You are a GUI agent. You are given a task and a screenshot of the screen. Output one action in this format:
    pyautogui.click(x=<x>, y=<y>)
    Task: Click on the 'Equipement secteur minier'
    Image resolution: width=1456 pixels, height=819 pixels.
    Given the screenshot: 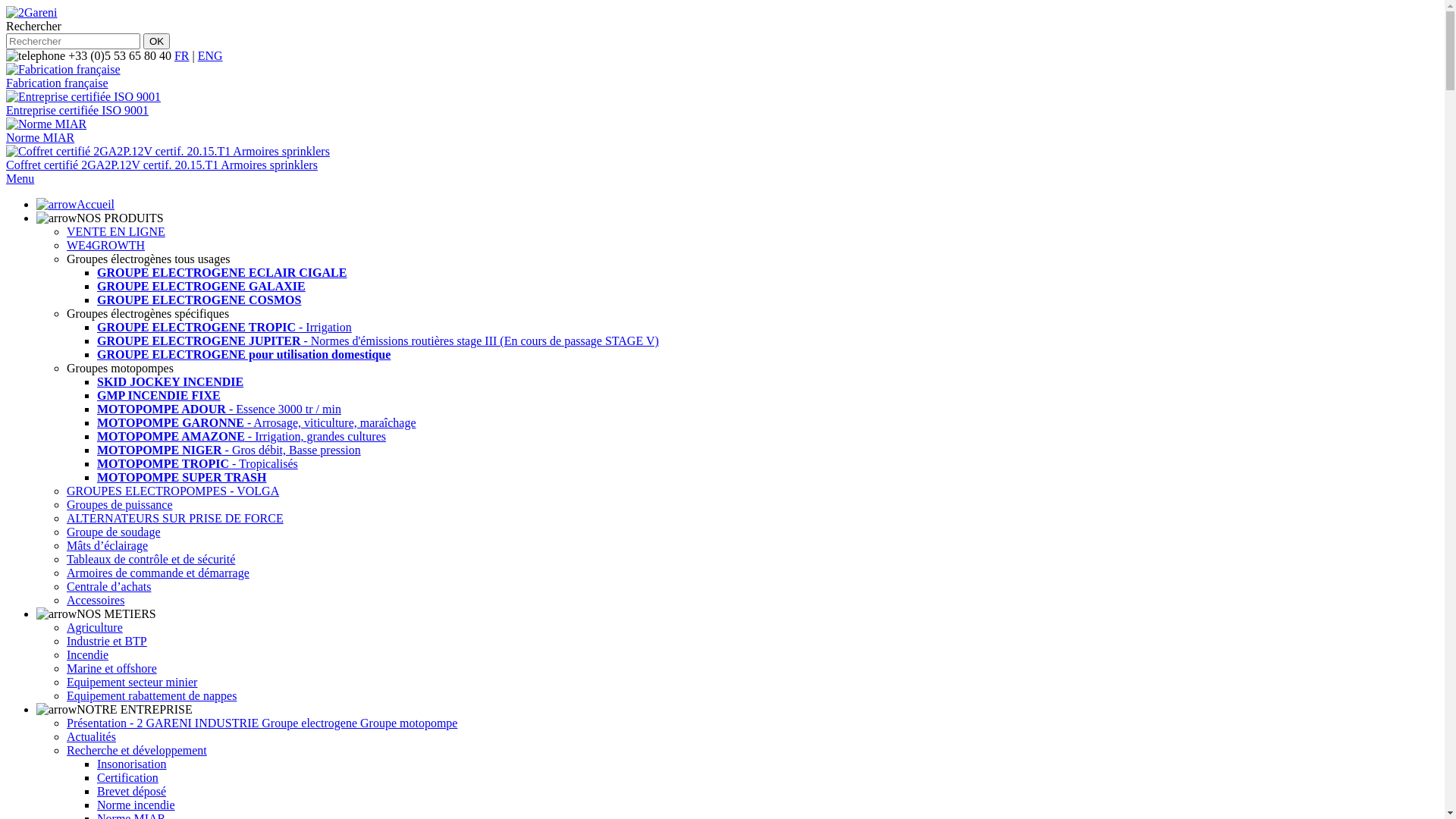 What is the action you would take?
    pyautogui.click(x=131, y=681)
    